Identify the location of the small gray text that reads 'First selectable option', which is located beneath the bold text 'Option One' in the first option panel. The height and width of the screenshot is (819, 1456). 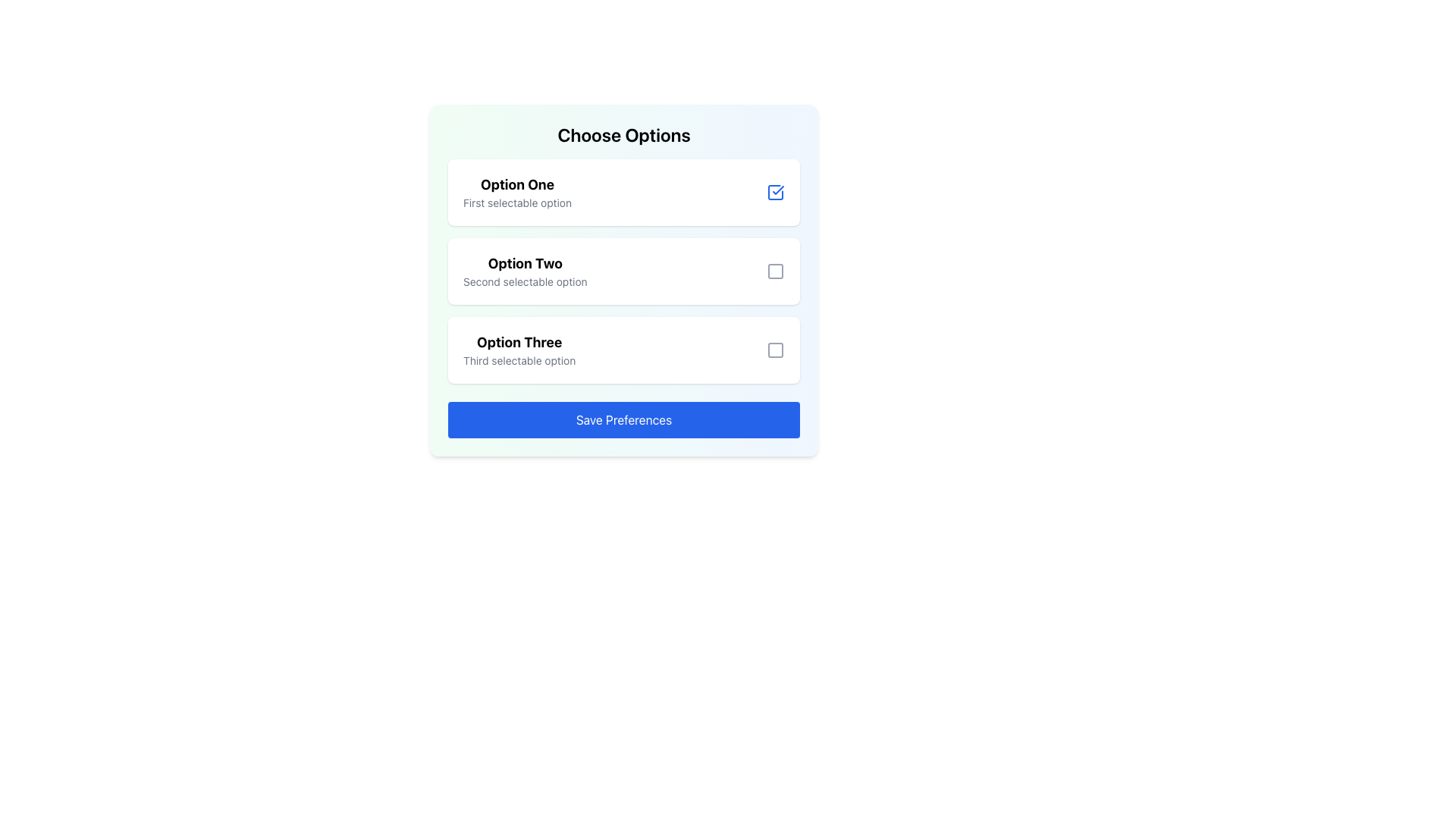
(517, 202).